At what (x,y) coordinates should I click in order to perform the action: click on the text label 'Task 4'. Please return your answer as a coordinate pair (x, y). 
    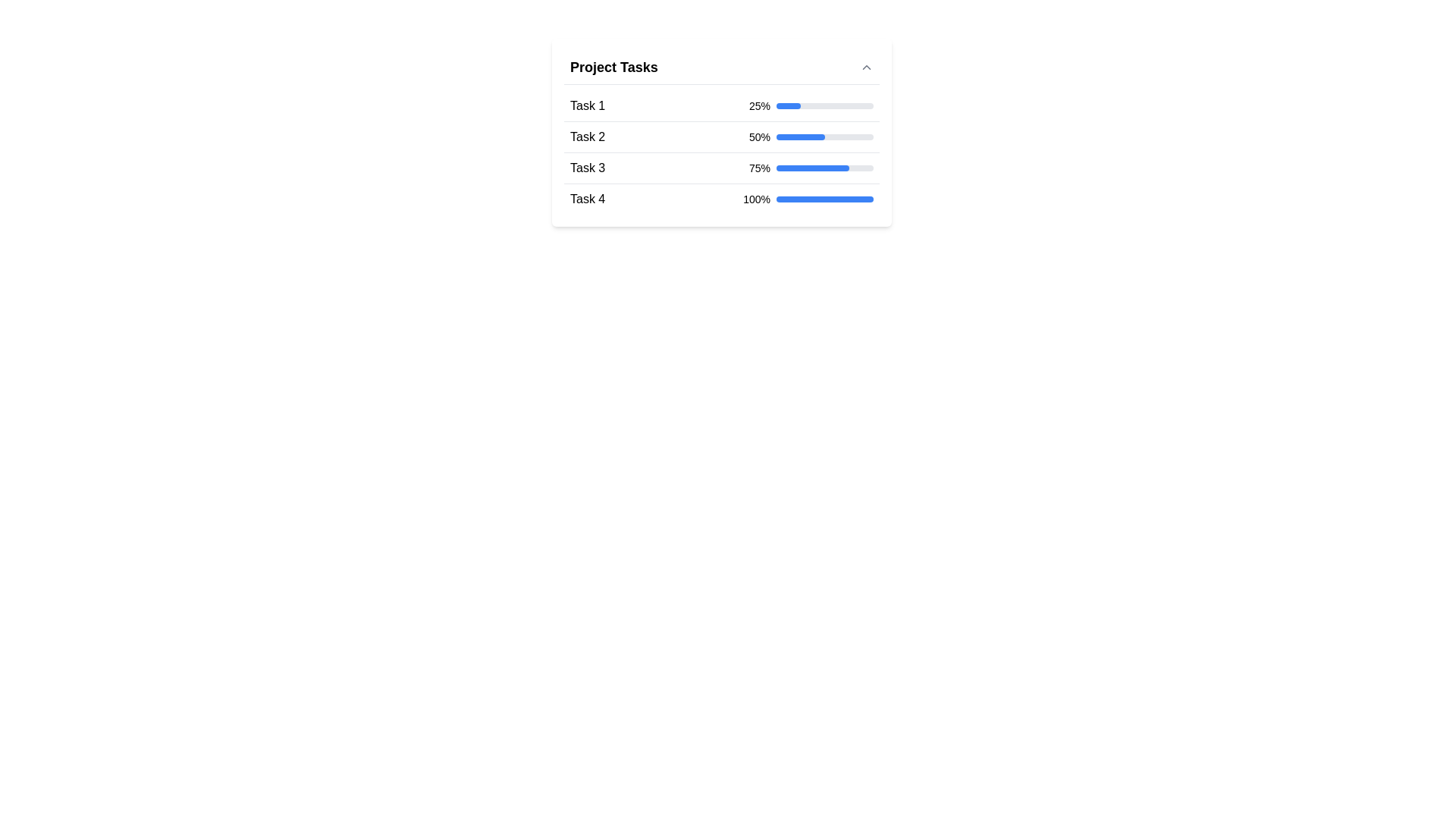
    Looking at the image, I should click on (587, 198).